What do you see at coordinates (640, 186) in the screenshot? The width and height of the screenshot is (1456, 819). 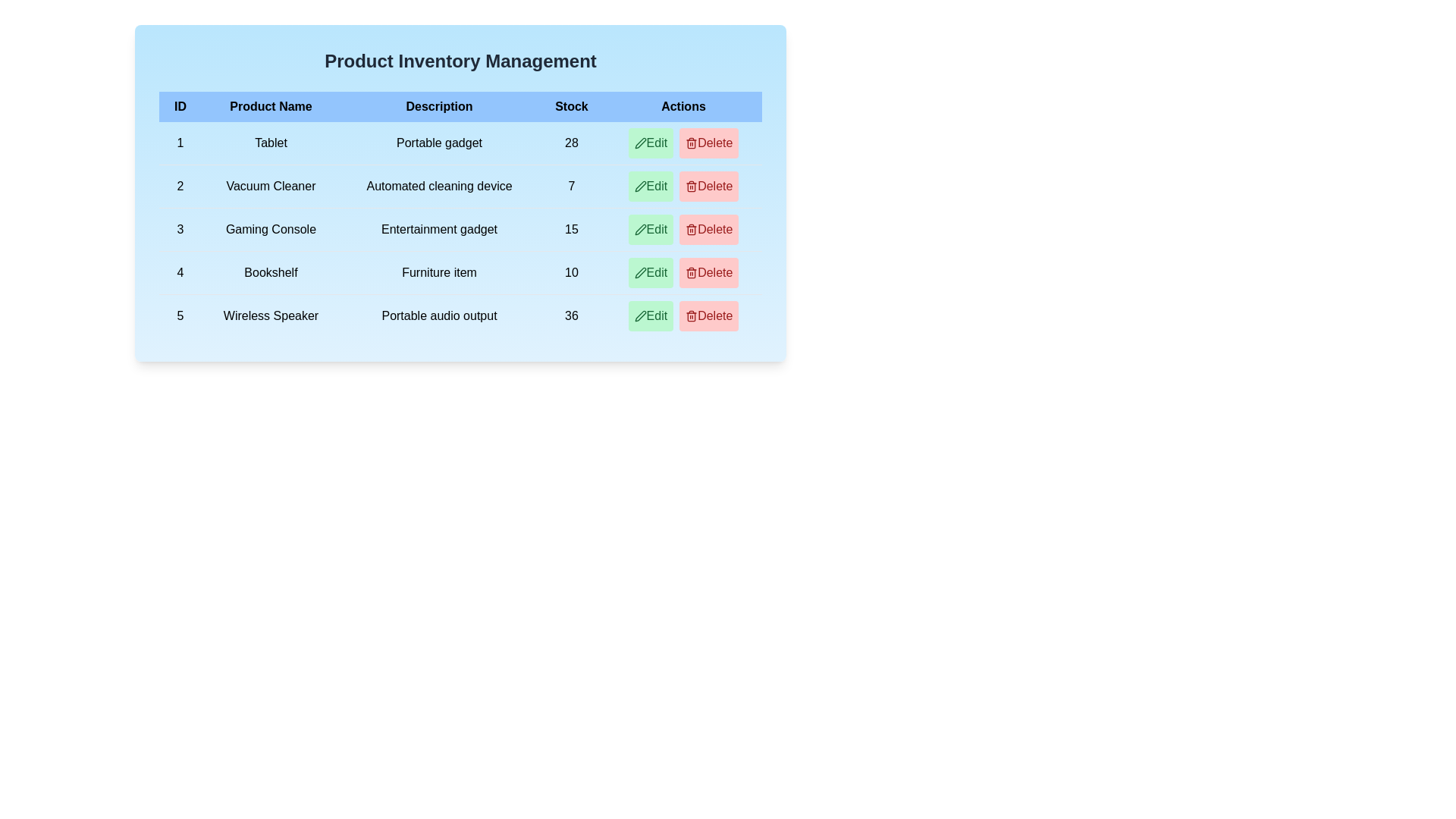 I see `the icon button in the second row of the table under the 'Actions' column to initiate editing of the product's details` at bounding box center [640, 186].